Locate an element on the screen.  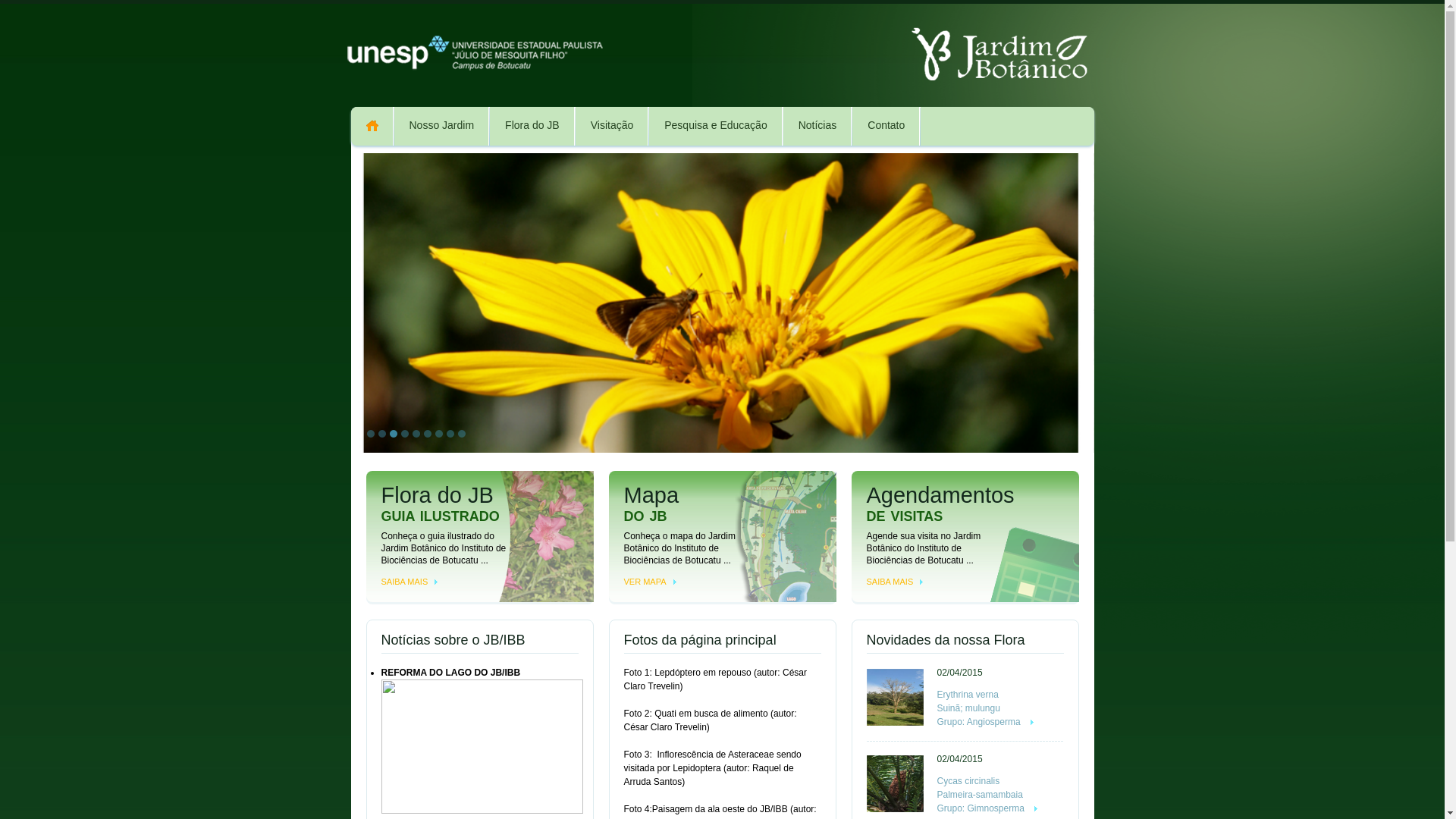
'SAIBA MAIS' is located at coordinates (409, 581).